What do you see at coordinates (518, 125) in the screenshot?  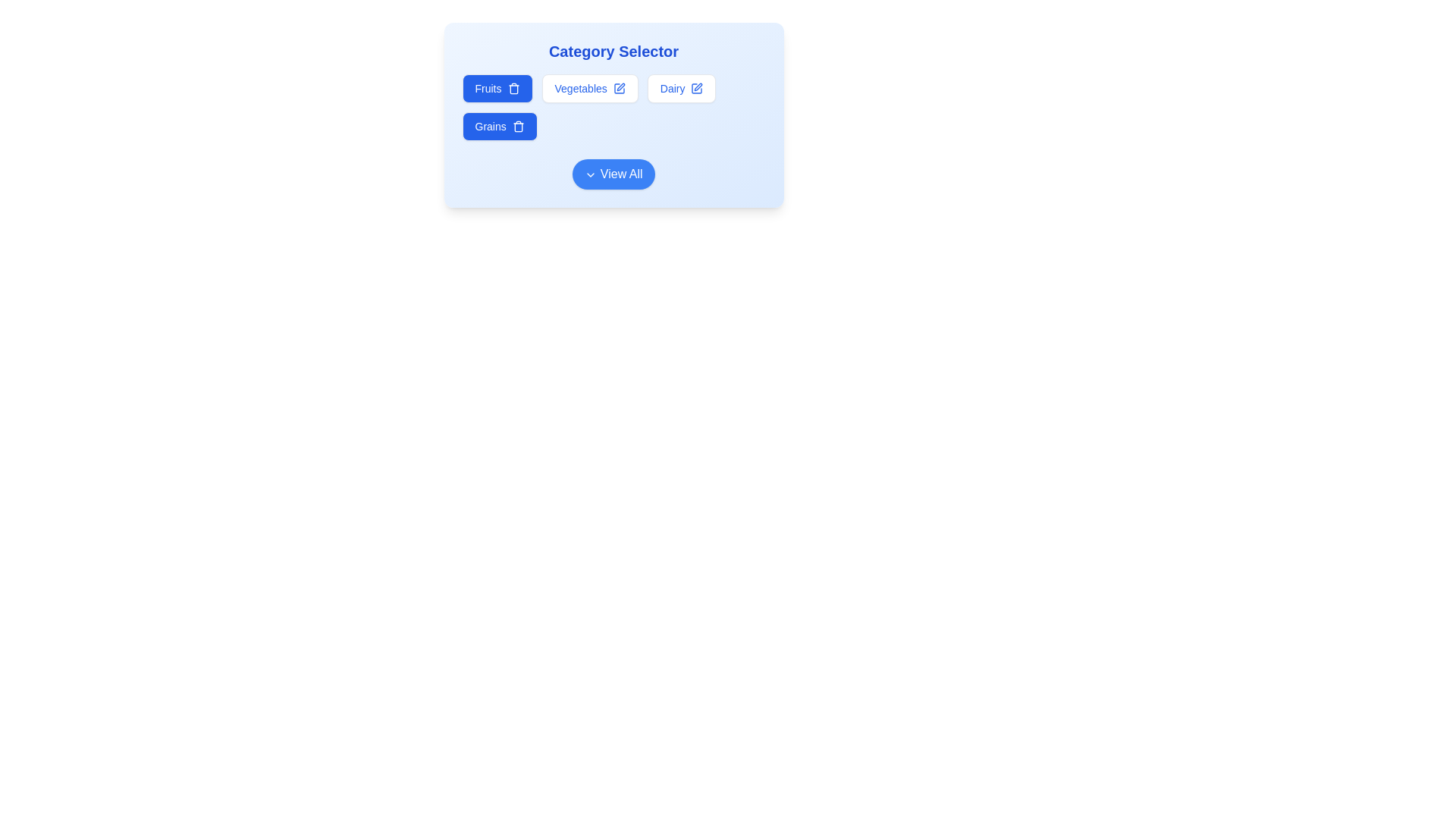 I see `trash icon to deselect the category Grains` at bounding box center [518, 125].